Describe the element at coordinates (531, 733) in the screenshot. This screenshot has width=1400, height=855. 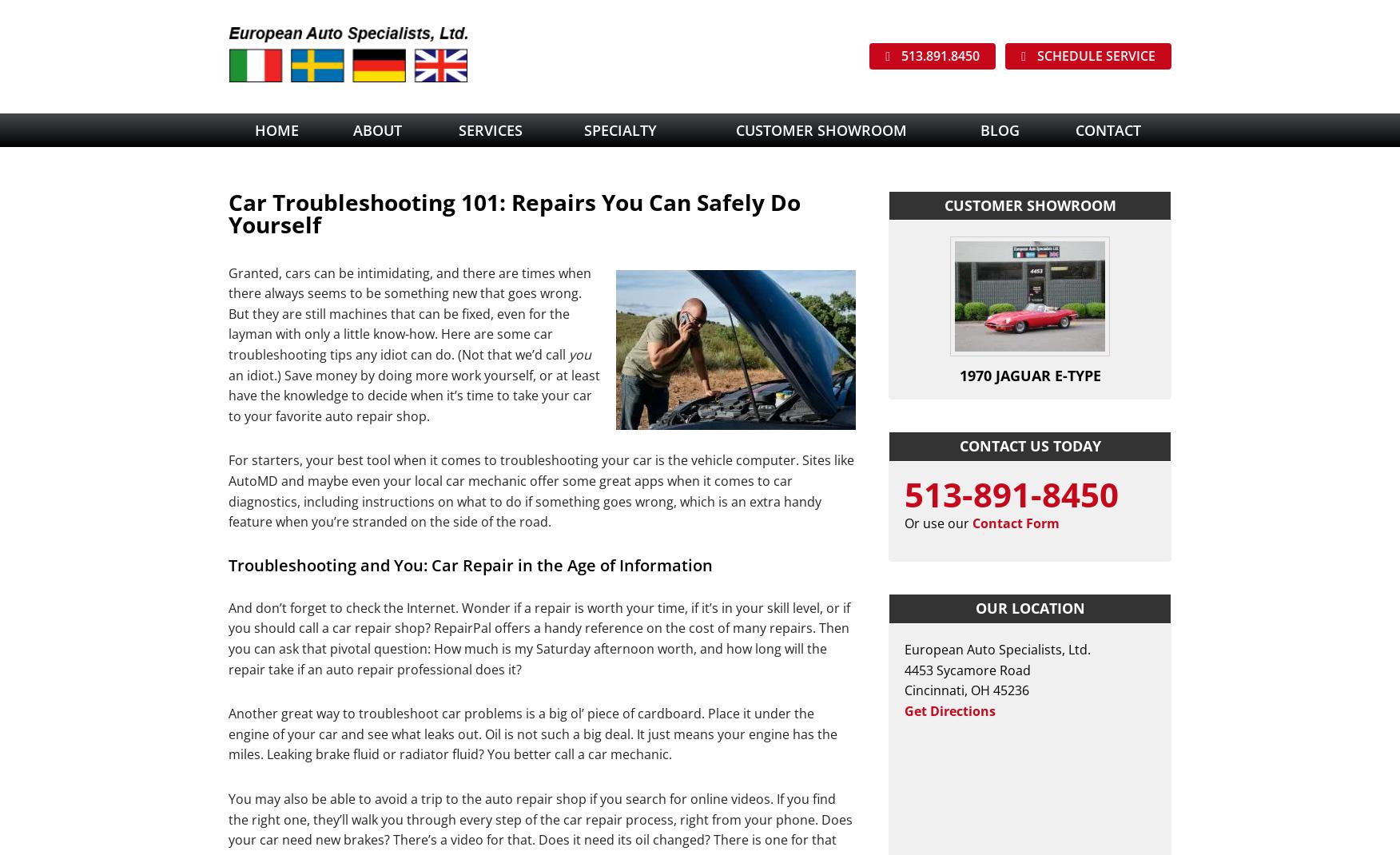
I see `'Another great way to troubleshoot car problems is a big ol’ piece of cardboard. Place it under the engine of your car and see what leaks out. Oil is not such a big deal. It just means your engine has the miles. Leaking brake fluid or radiator fluid? You better call a car mechanic.'` at that location.